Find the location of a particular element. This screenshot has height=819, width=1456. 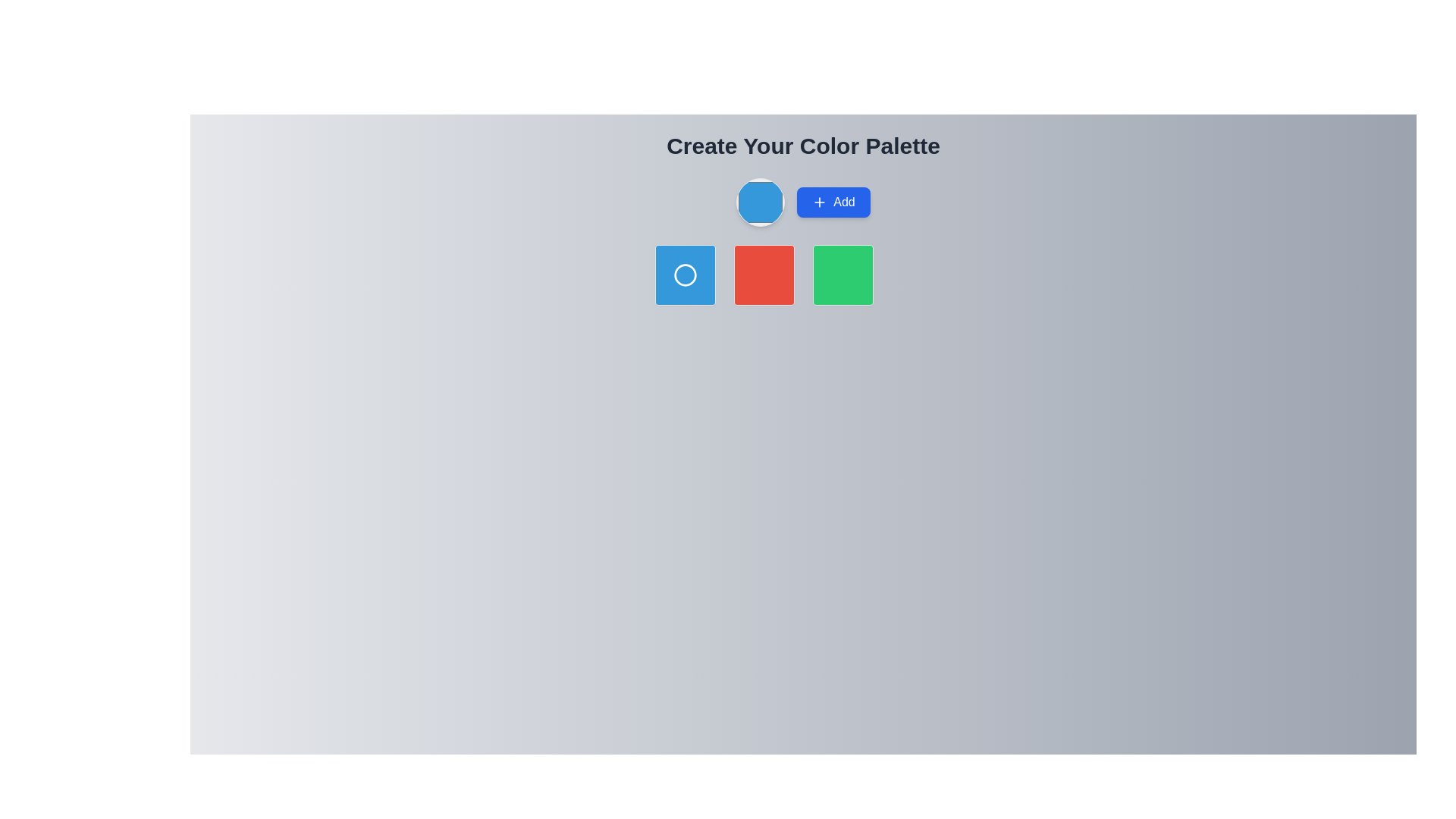

the text label displaying 'Create Your Color Palette', which is prominently styled at the top of the interface is located at coordinates (802, 146).